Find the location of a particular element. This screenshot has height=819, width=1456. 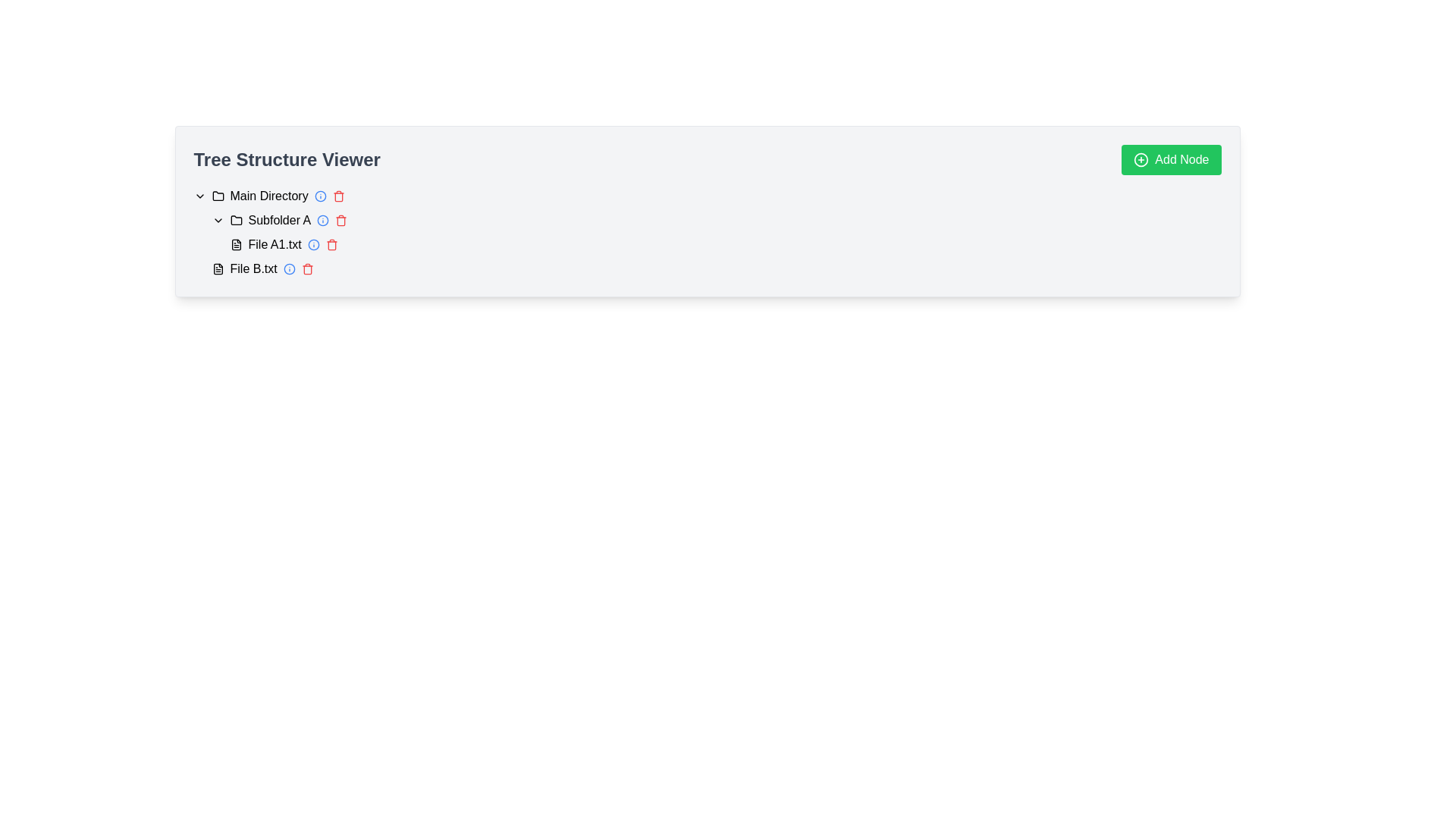

the circular graphical component with a light blue stroke located adjacent to the text 'Subfolder A' in the tree structure viewer interface is located at coordinates (319, 195).